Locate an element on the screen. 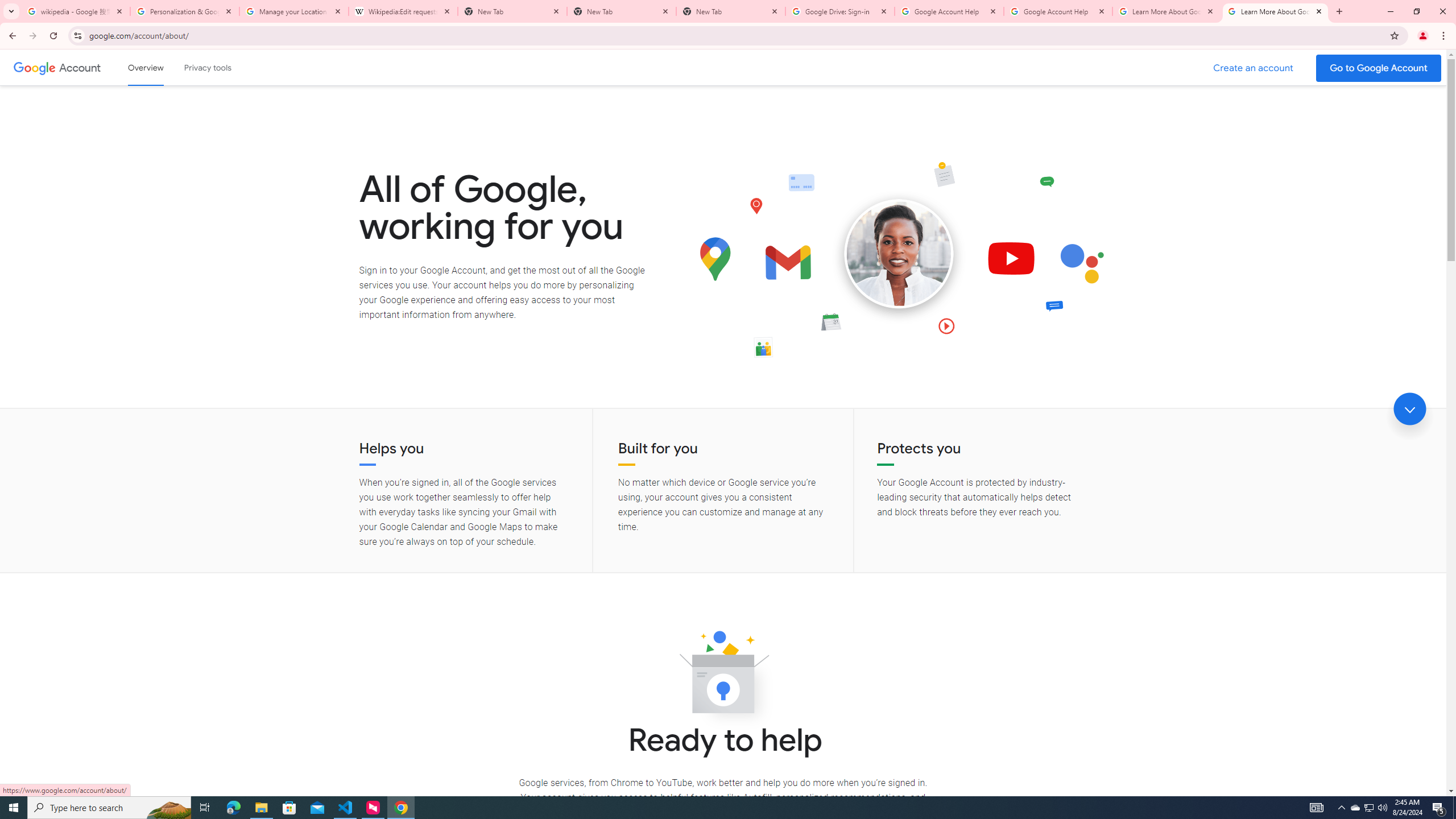 The image size is (1456, 819). 'Personalization & Google Search results - Google Search Help' is located at coordinates (185, 11).